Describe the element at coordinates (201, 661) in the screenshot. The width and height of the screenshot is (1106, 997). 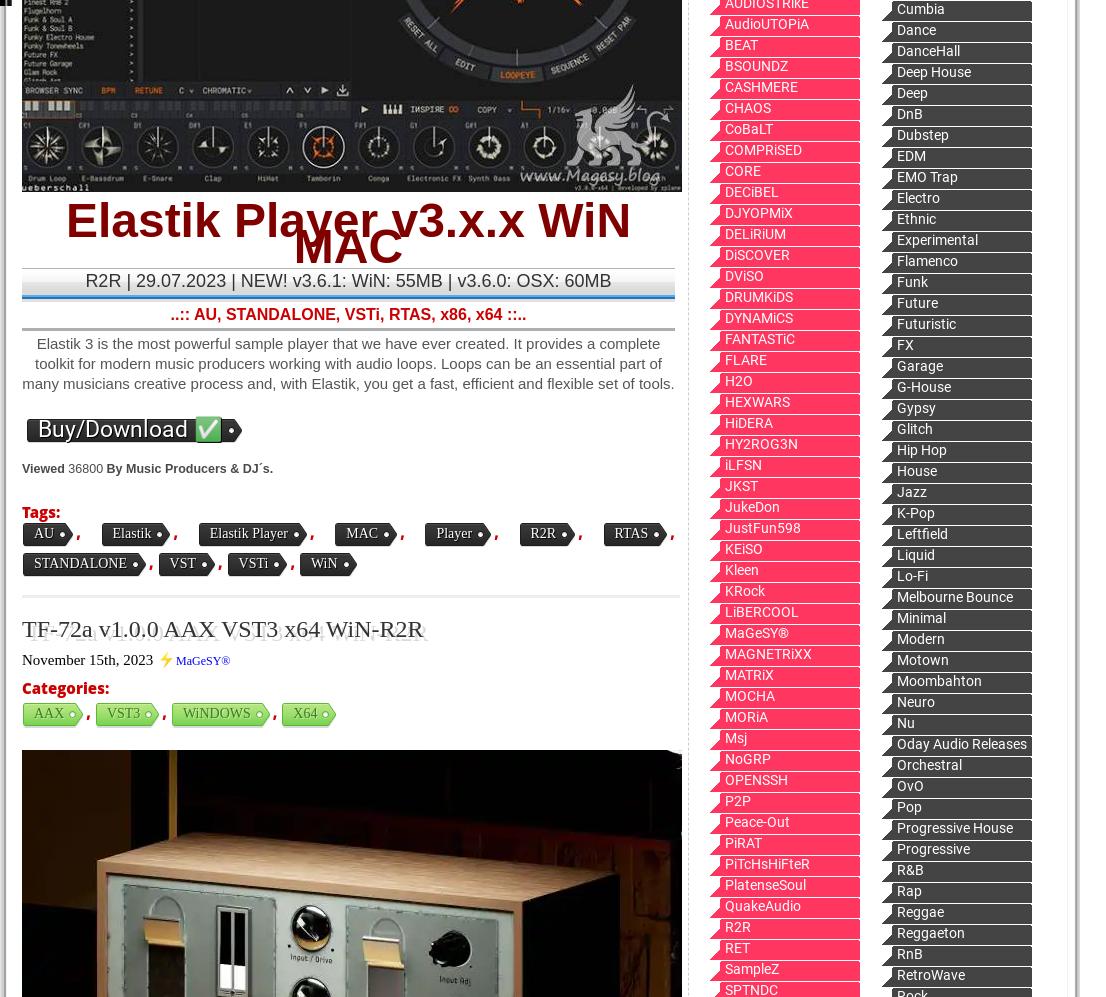
I see `'MaGeSY®'` at that location.